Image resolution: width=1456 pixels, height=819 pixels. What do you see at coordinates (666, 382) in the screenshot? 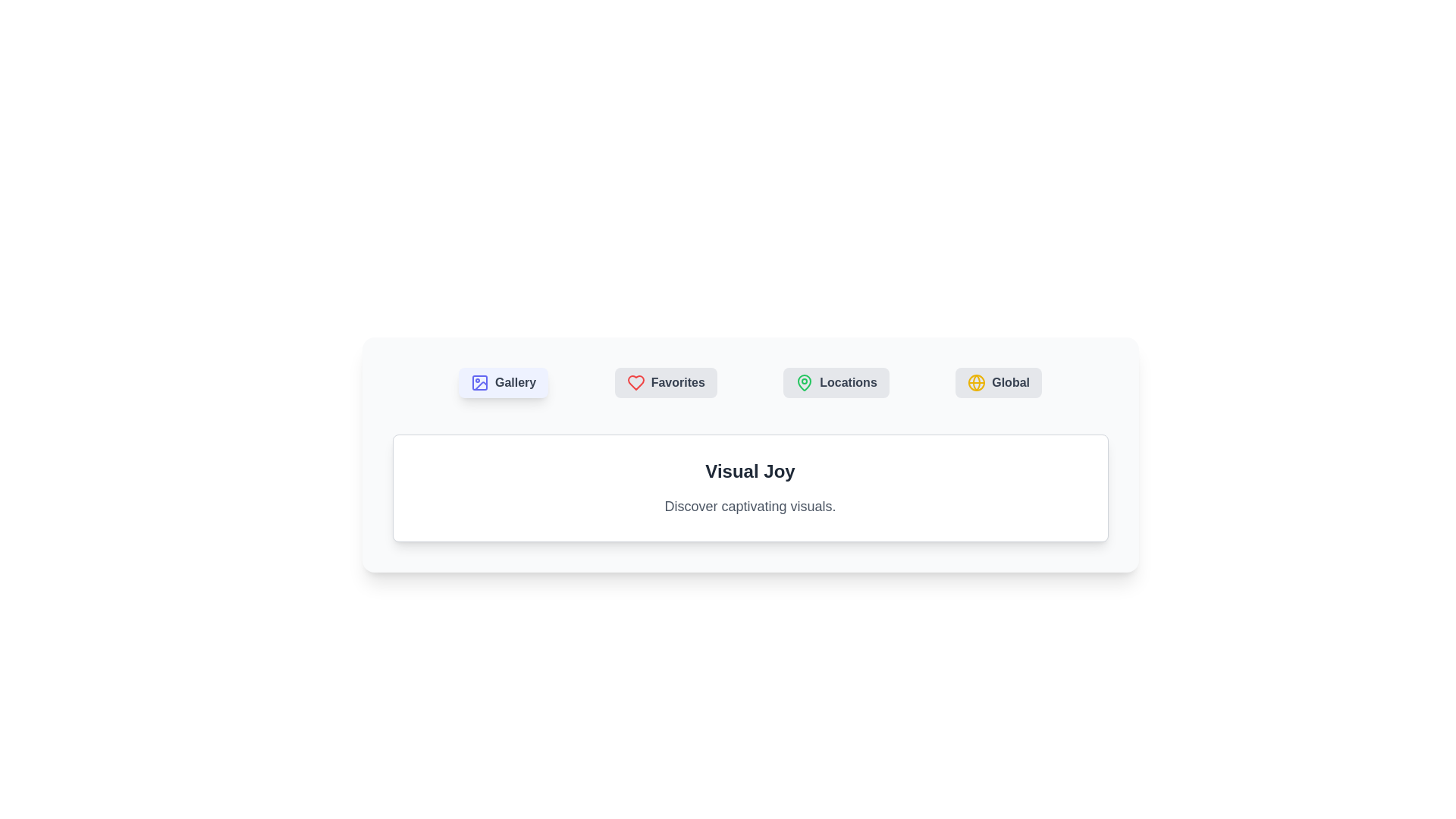
I see `the tab labeled Favorites to observe its hover effect` at bounding box center [666, 382].